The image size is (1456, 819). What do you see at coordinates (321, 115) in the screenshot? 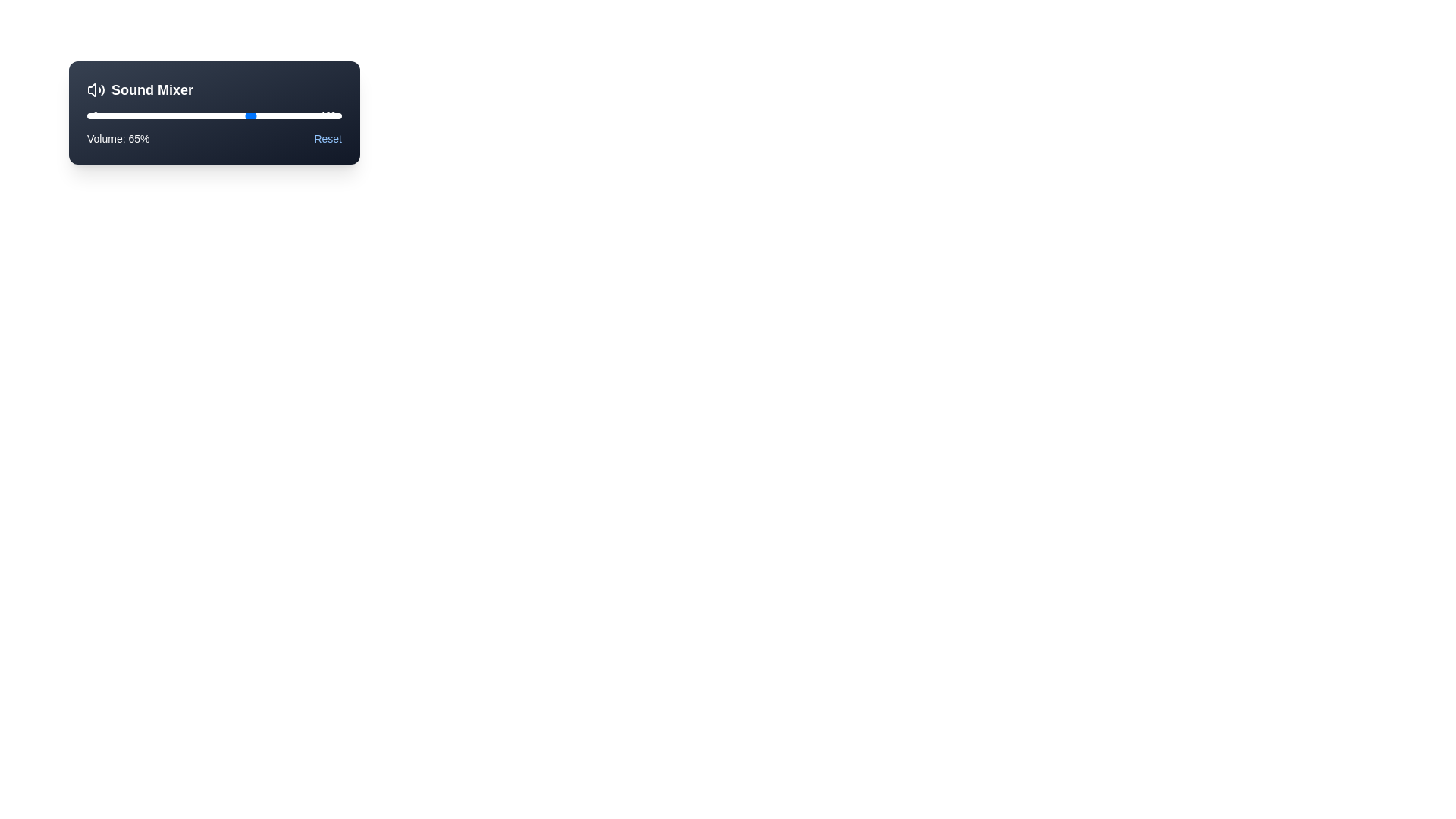
I see `the slider to set the volume to 92%` at bounding box center [321, 115].